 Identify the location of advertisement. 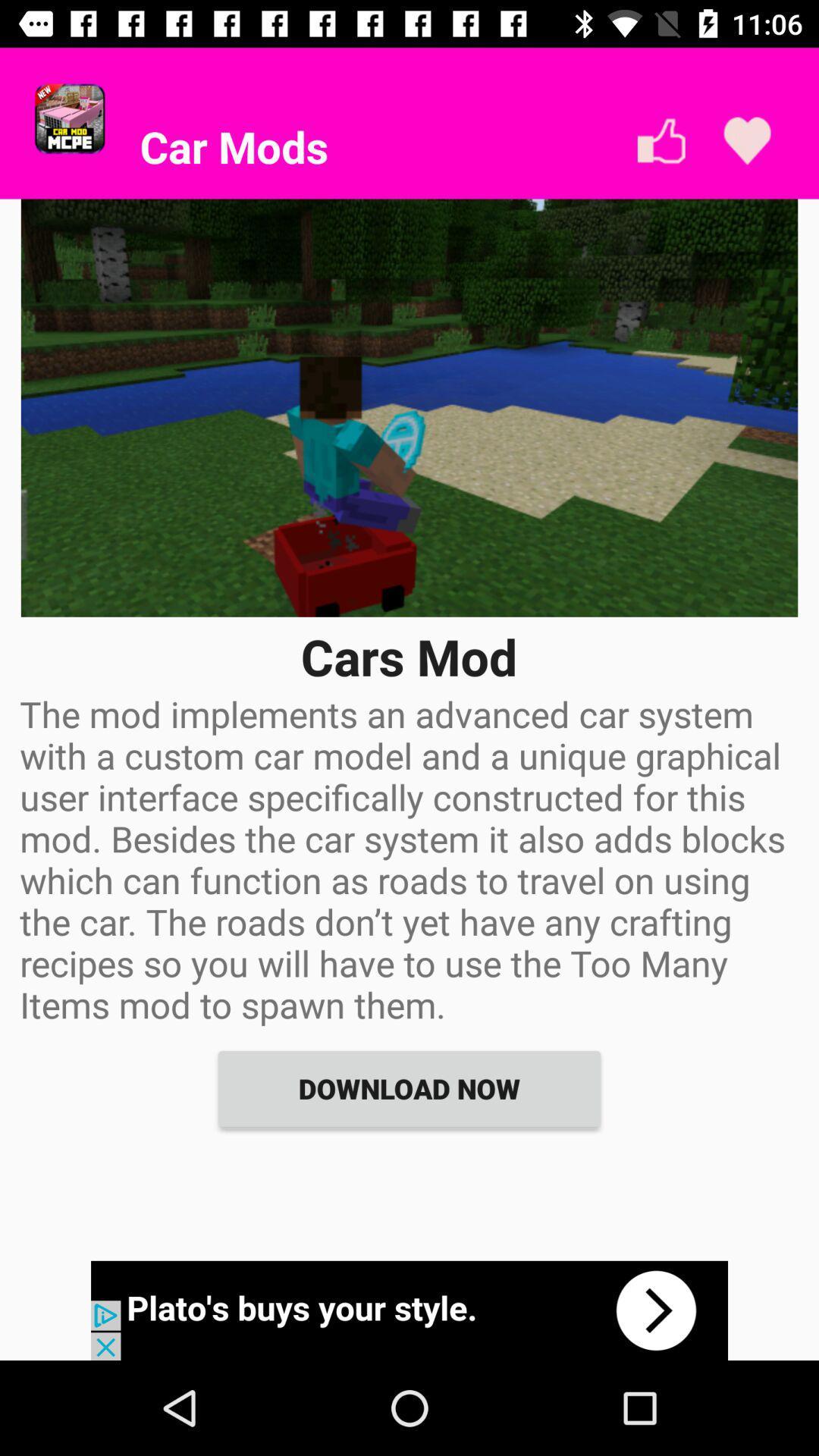
(409, 1310).